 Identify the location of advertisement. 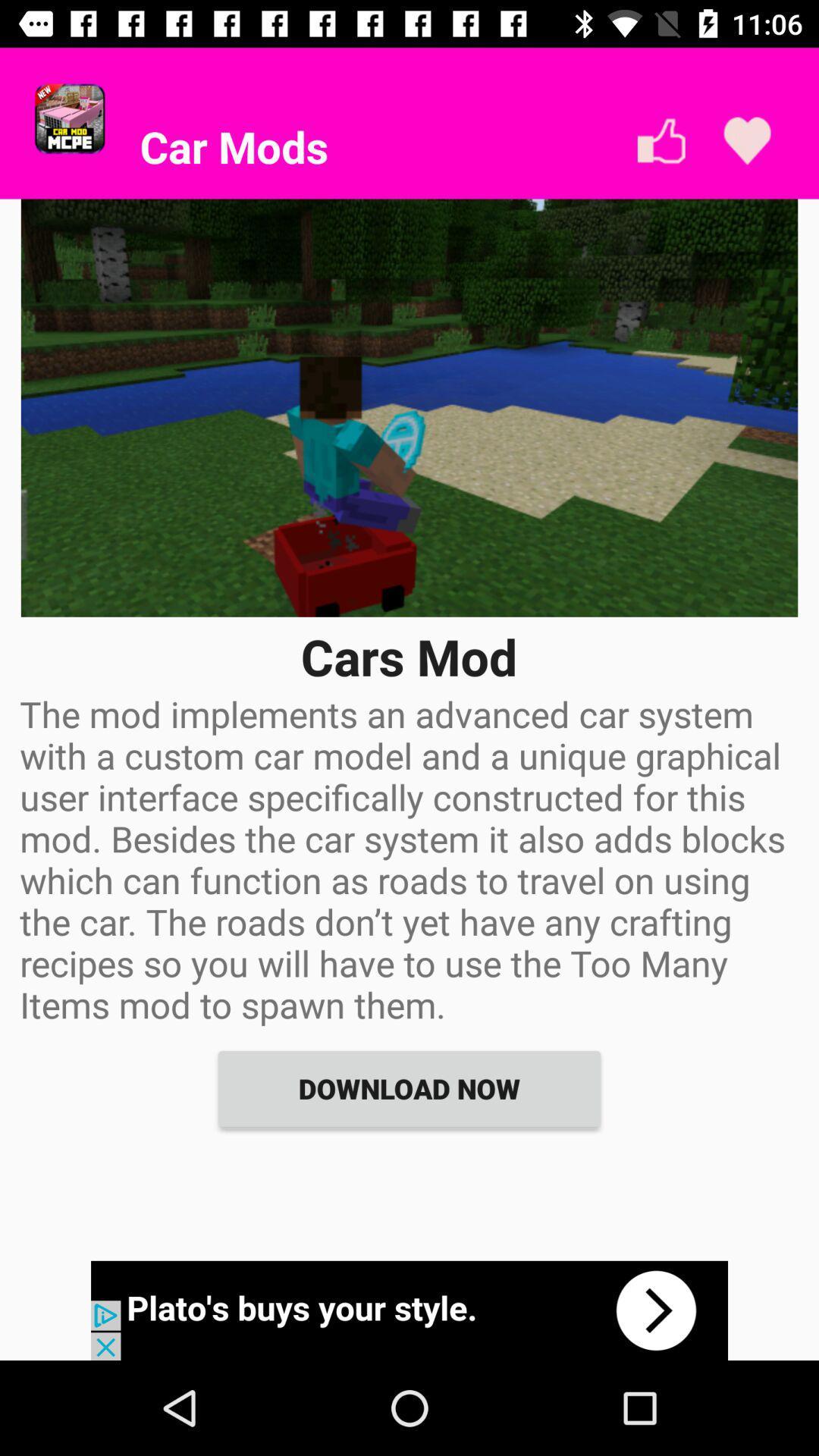
(409, 1310).